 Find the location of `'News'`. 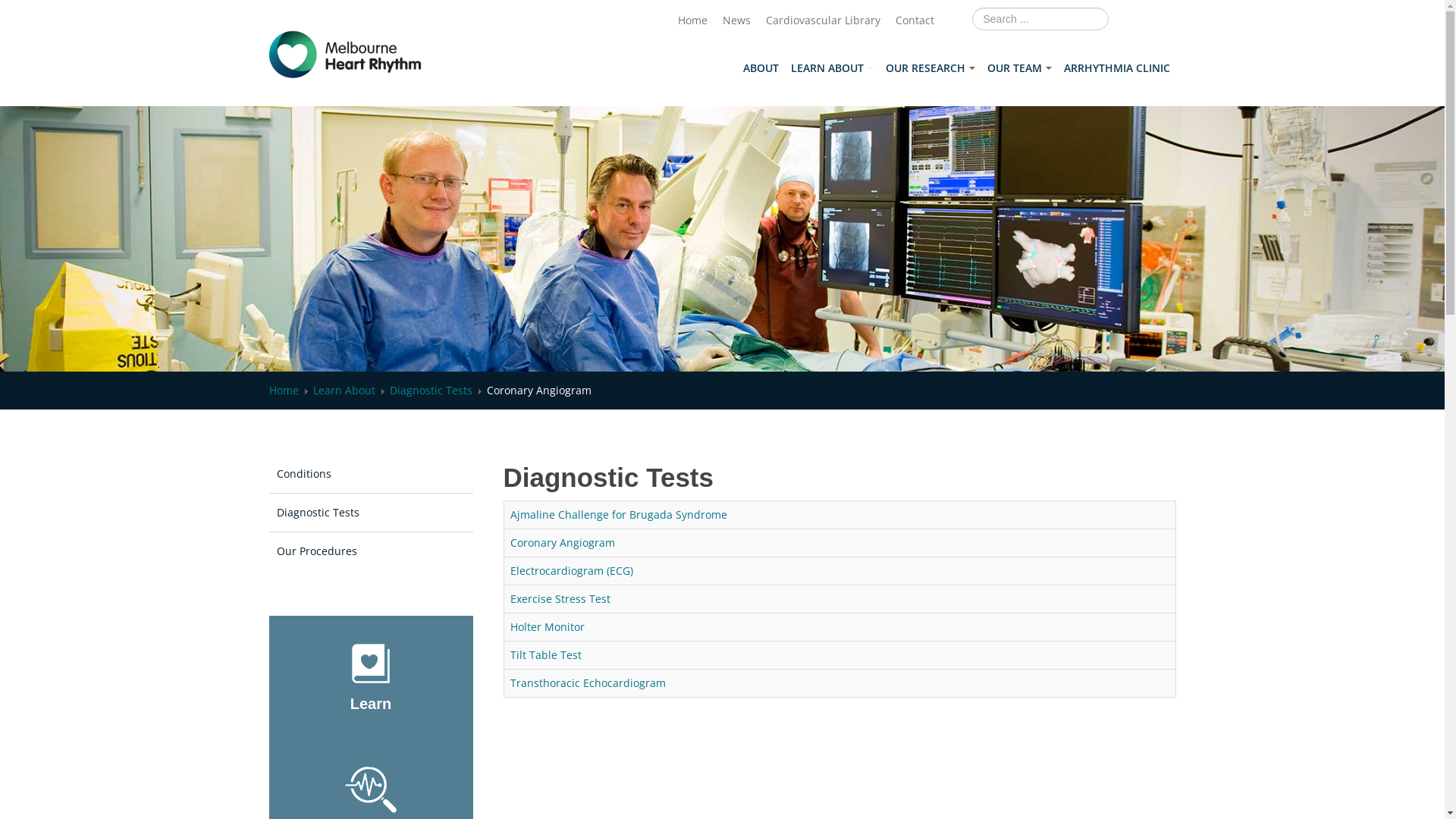

'News' is located at coordinates (720, 20).